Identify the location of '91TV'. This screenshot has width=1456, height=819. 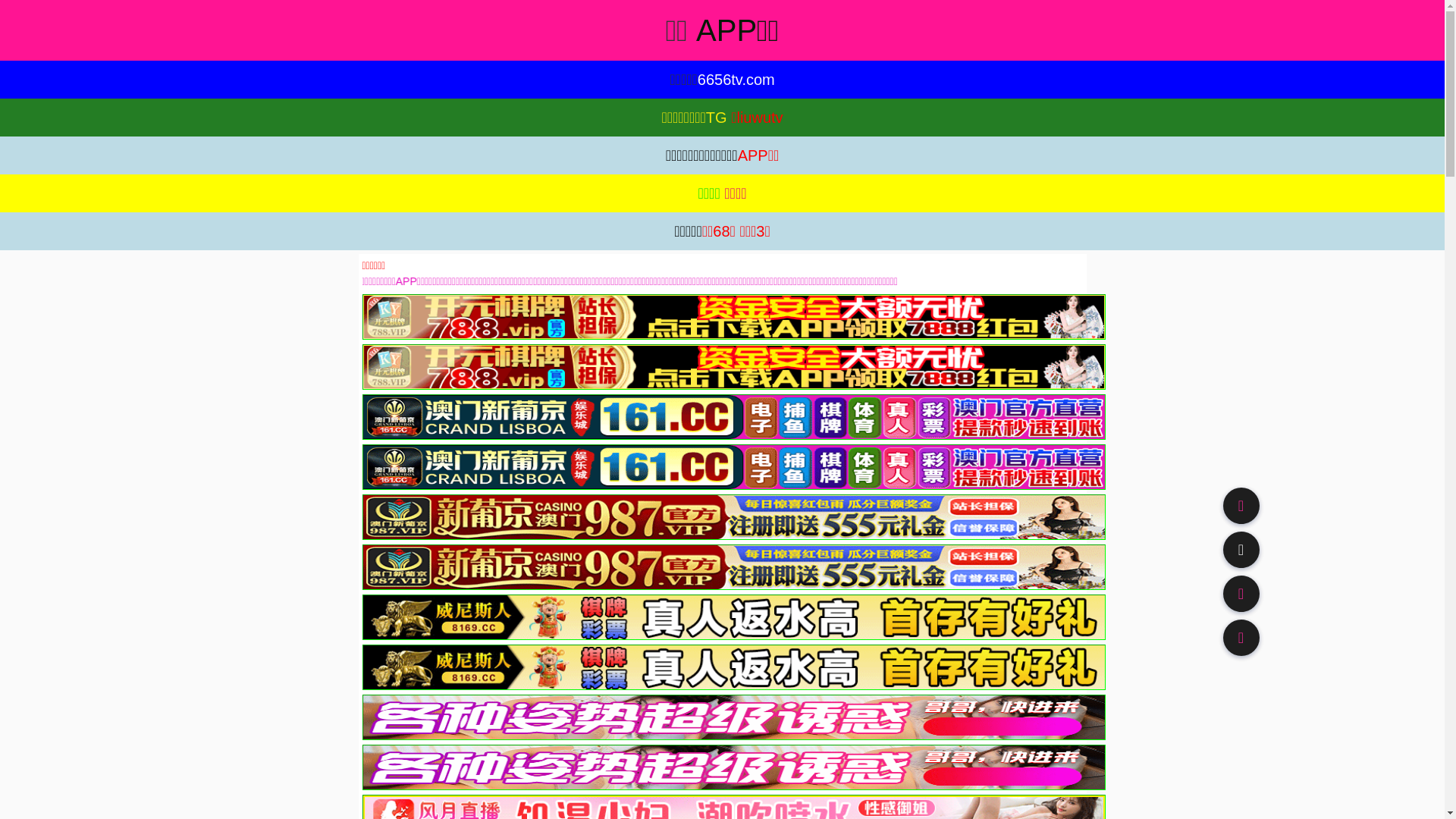
(1241, 593).